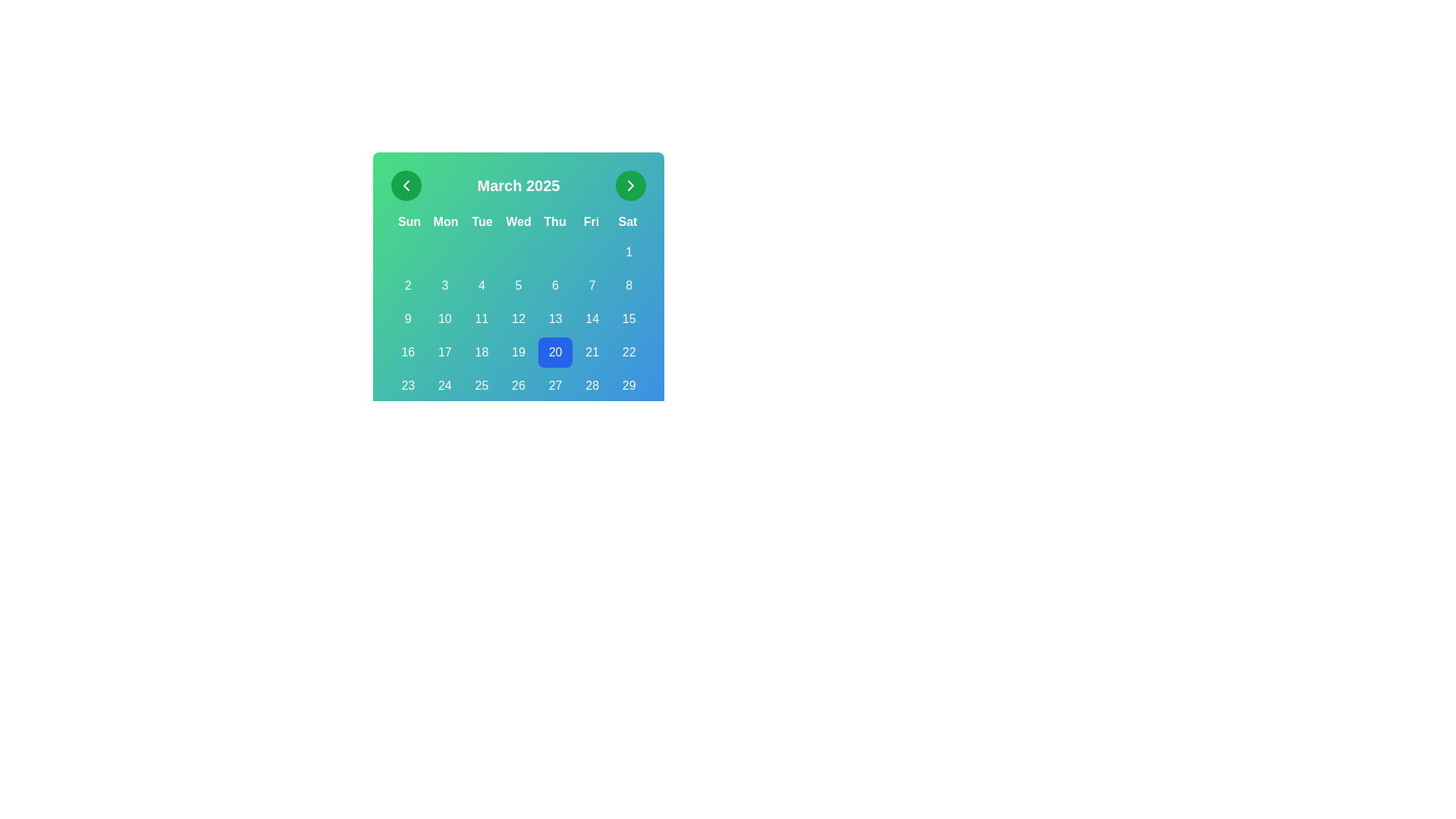  I want to click on the calendar cell displaying the number '11', so click(481, 318).